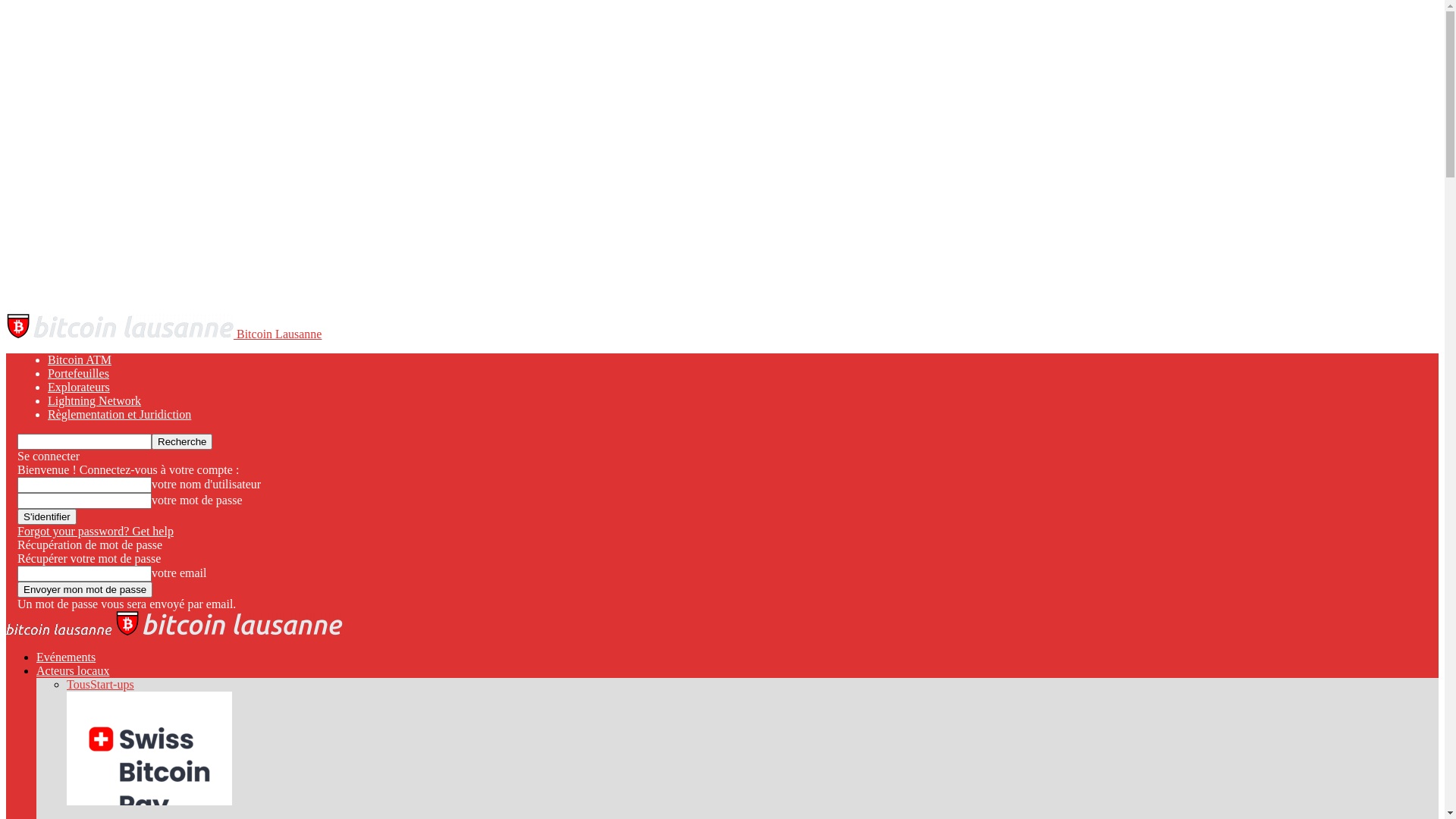  What do you see at coordinates (79, 359) in the screenshot?
I see `'Bitcoin ATM'` at bounding box center [79, 359].